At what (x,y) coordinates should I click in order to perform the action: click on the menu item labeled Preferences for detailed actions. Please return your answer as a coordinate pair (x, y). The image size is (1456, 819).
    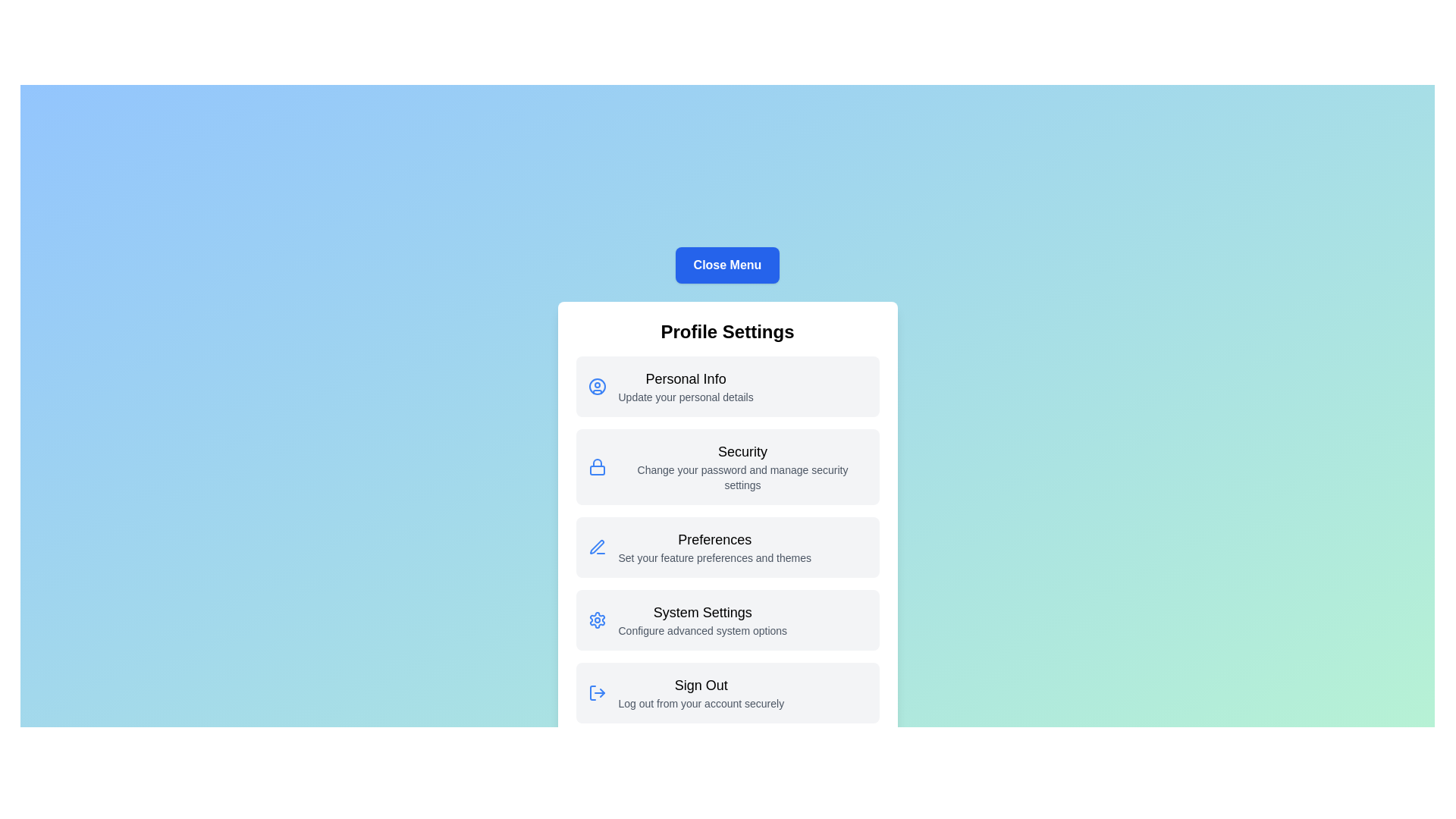
    Looking at the image, I should click on (726, 547).